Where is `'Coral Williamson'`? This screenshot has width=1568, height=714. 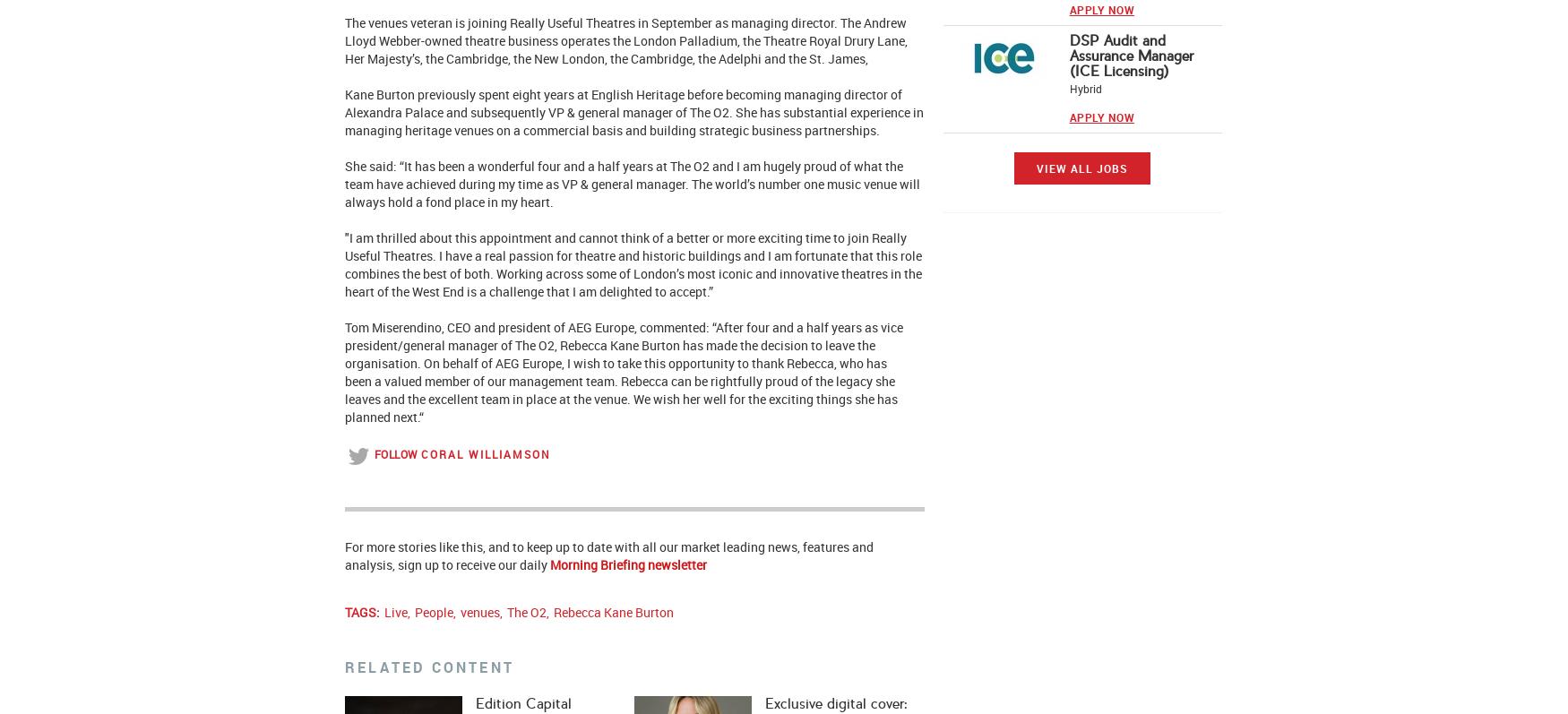 'Coral Williamson' is located at coordinates (485, 452).